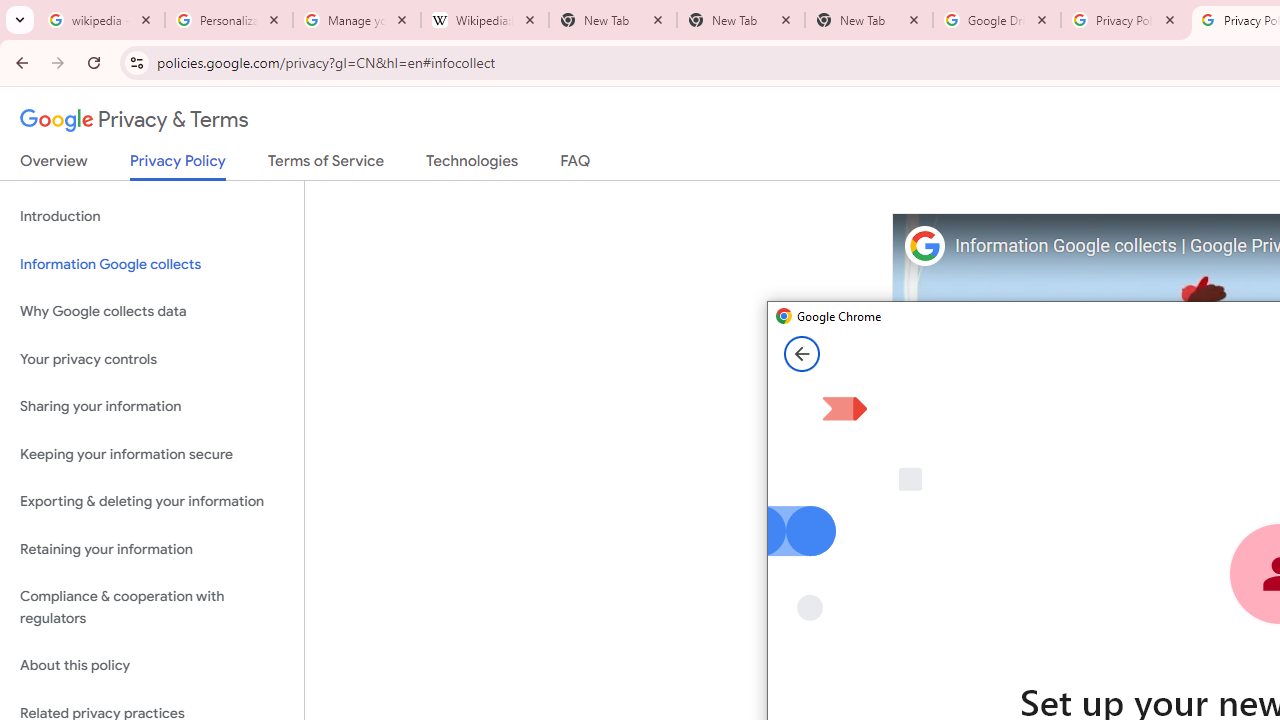 Image resolution: width=1280 pixels, height=720 pixels. What do you see at coordinates (151, 358) in the screenshot?
I see `'Your privacy controls'` at bounding box center [151, 358].